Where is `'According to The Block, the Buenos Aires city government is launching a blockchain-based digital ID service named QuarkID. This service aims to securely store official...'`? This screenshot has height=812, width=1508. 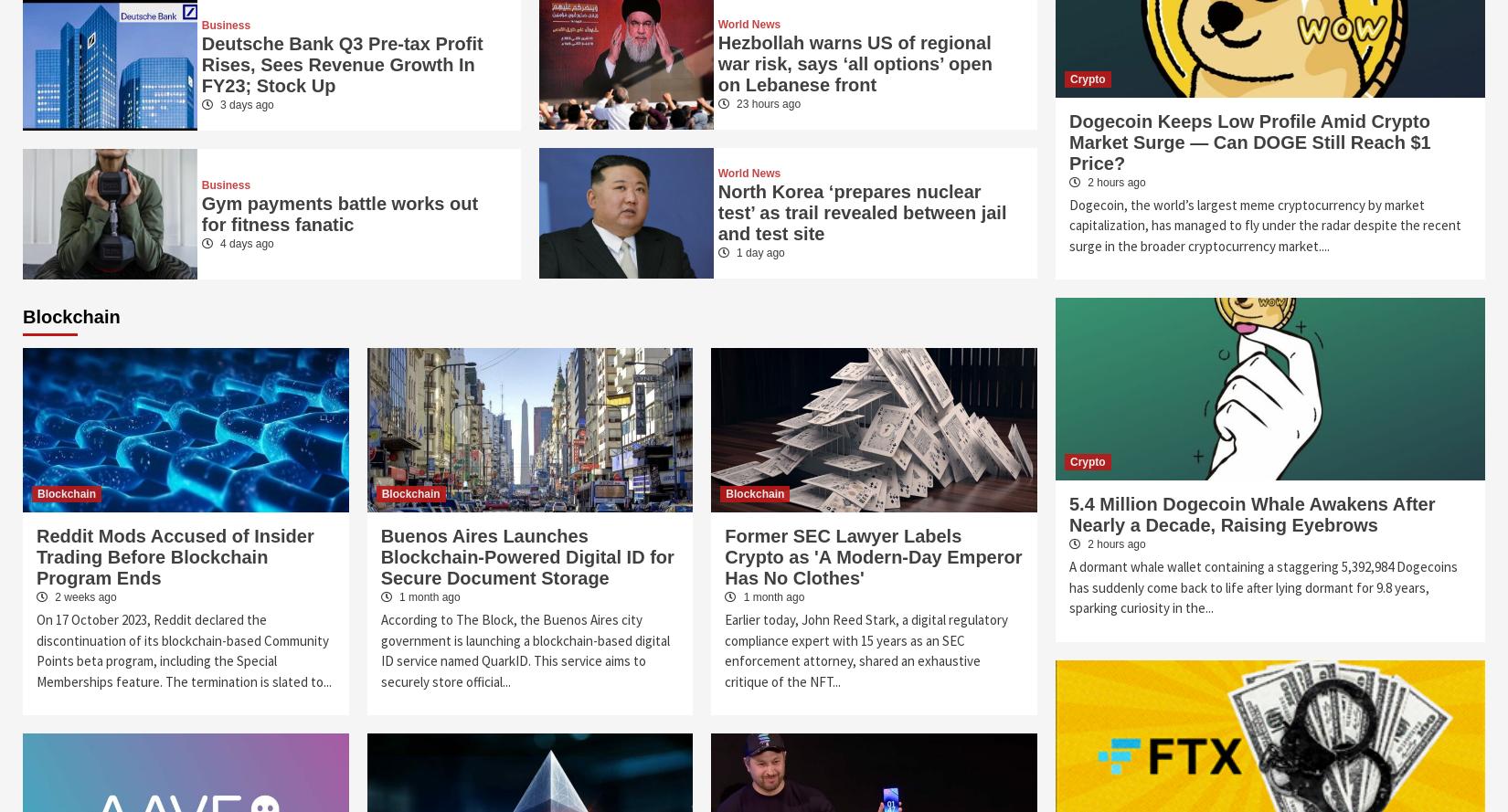 'According to The Block, the Buenos Aires city government is launching a blockchain-based digital ID service named QuarkID. This service aims to securely store official...' is located at coordinates (524, 649).